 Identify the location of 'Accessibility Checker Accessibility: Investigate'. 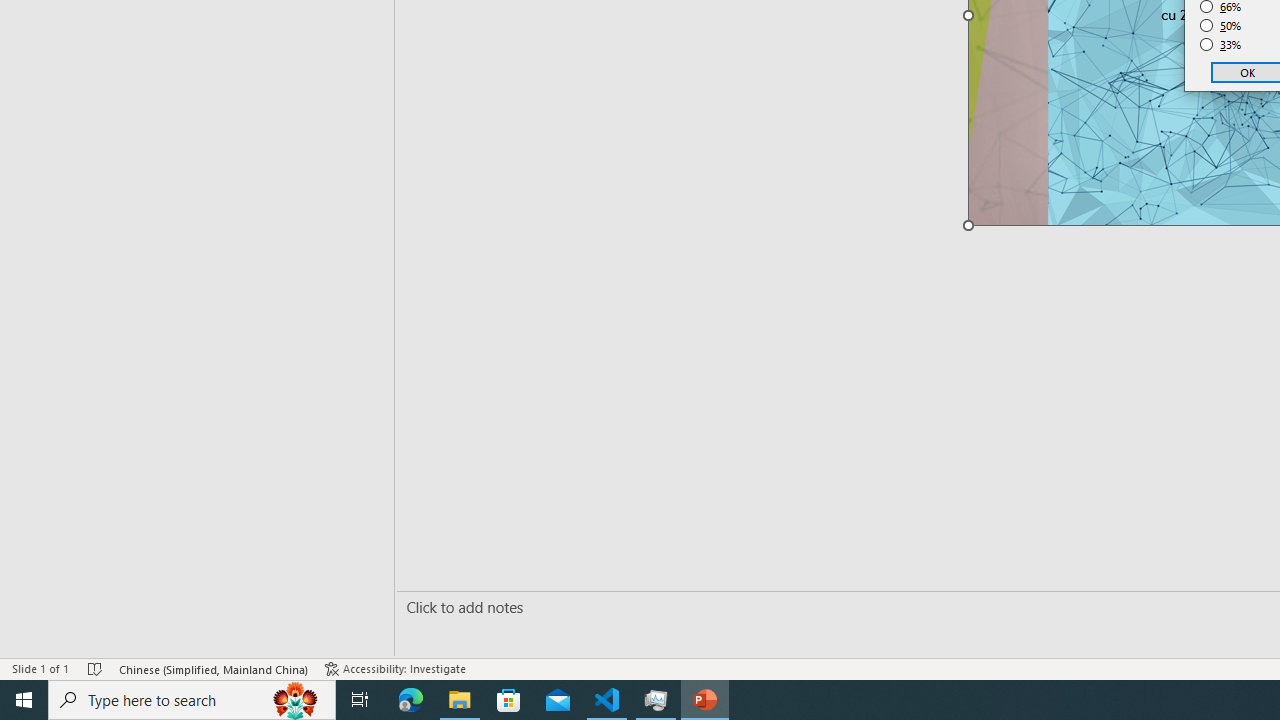
(395, 669).